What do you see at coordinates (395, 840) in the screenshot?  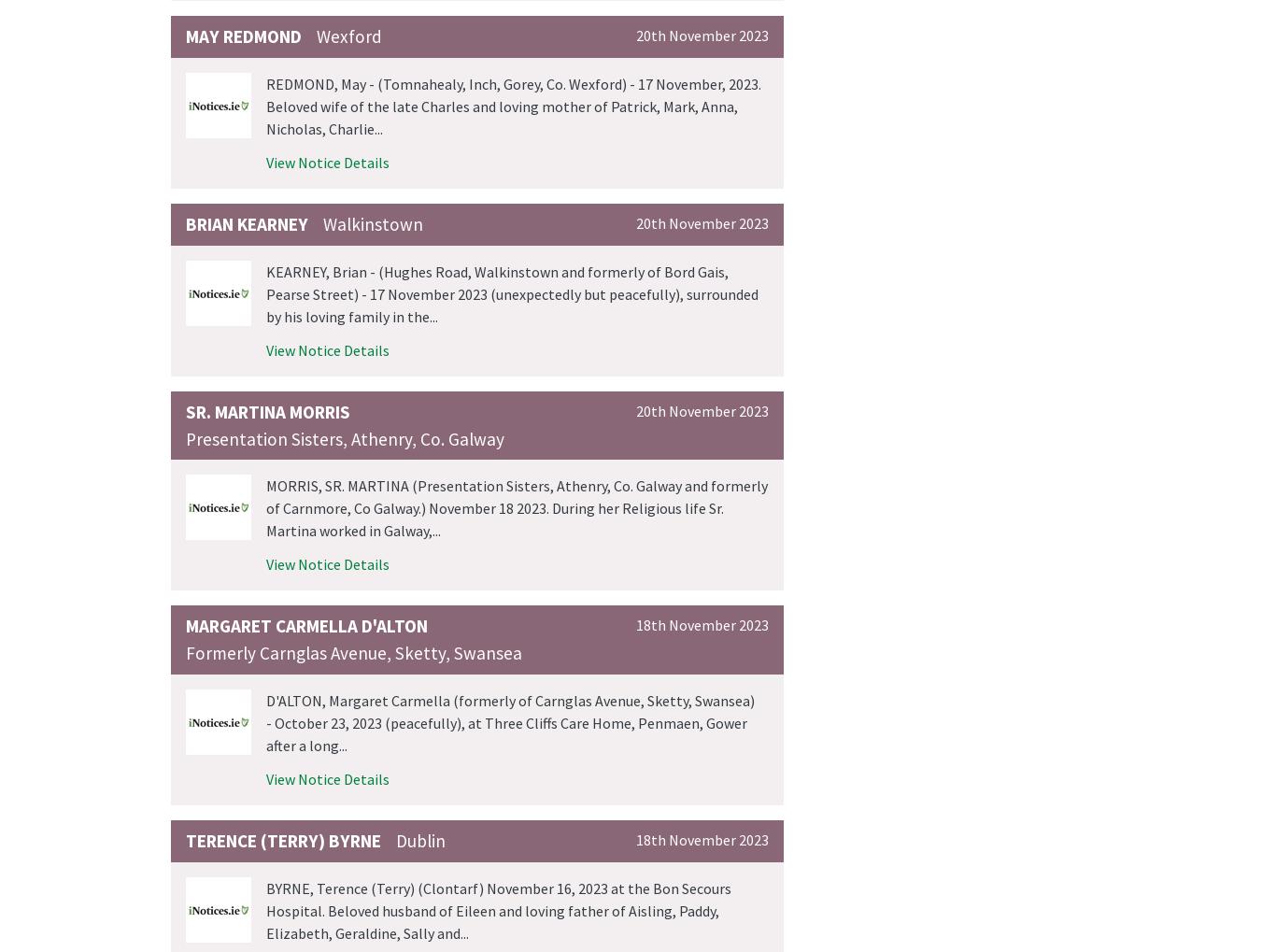 I see `'Dublin'` at bounding box center [395, 840].